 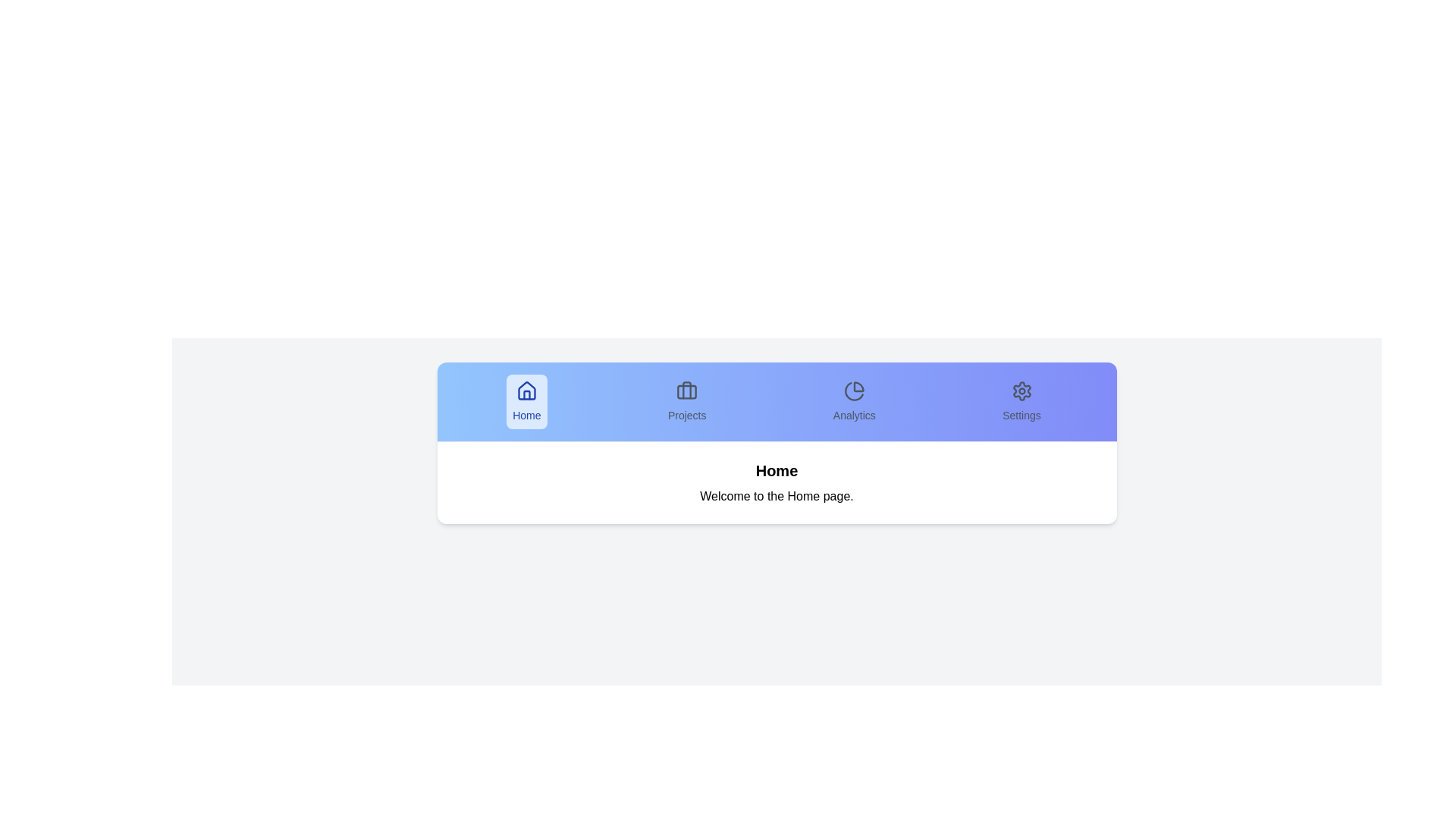 I want to click on the tab labeled Analytics to switch to that tab, so click(x=854, y=400).